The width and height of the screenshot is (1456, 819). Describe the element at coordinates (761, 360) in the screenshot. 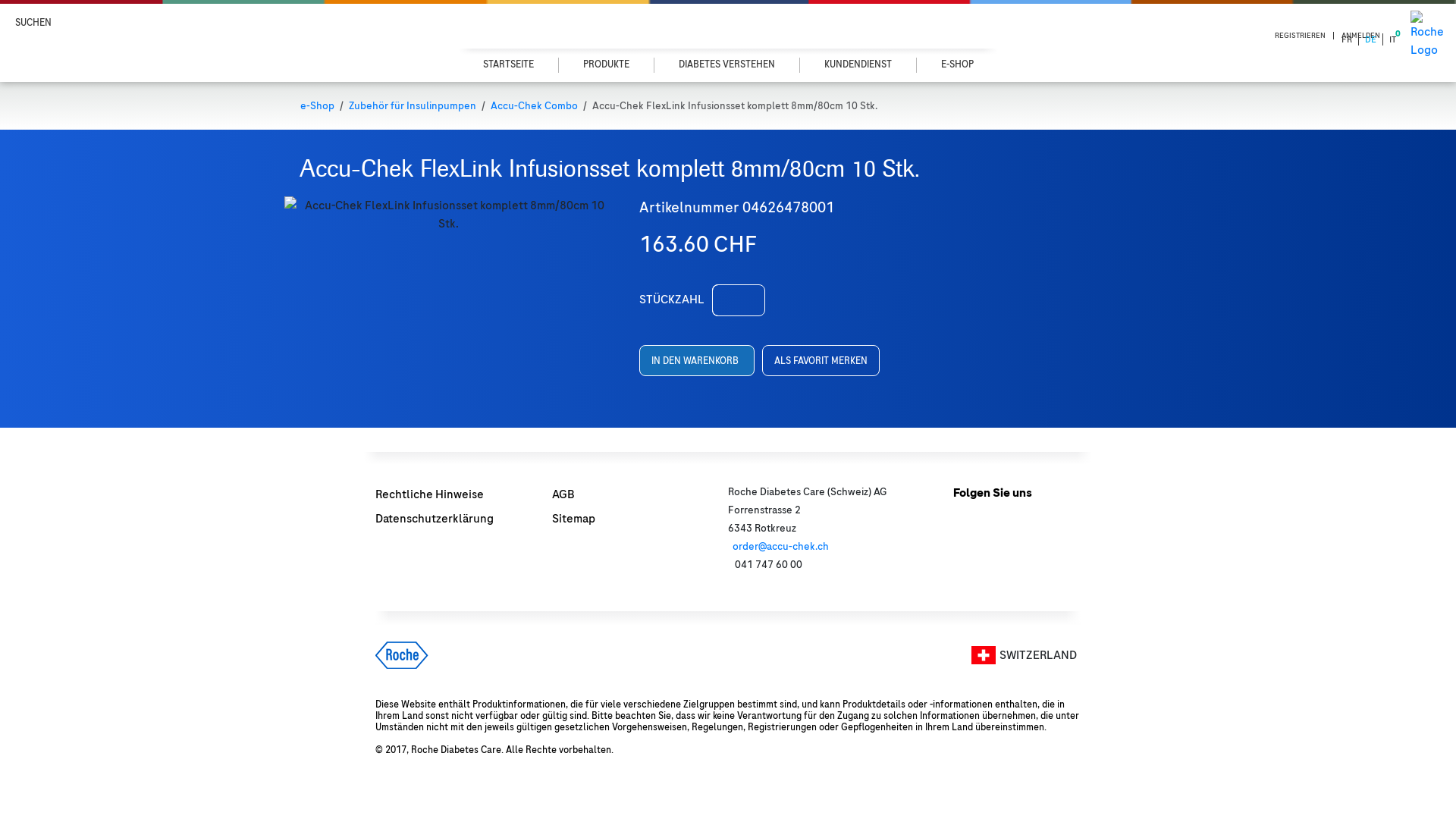

I see `'ALS FAVORIT MERKEN'` at that location.